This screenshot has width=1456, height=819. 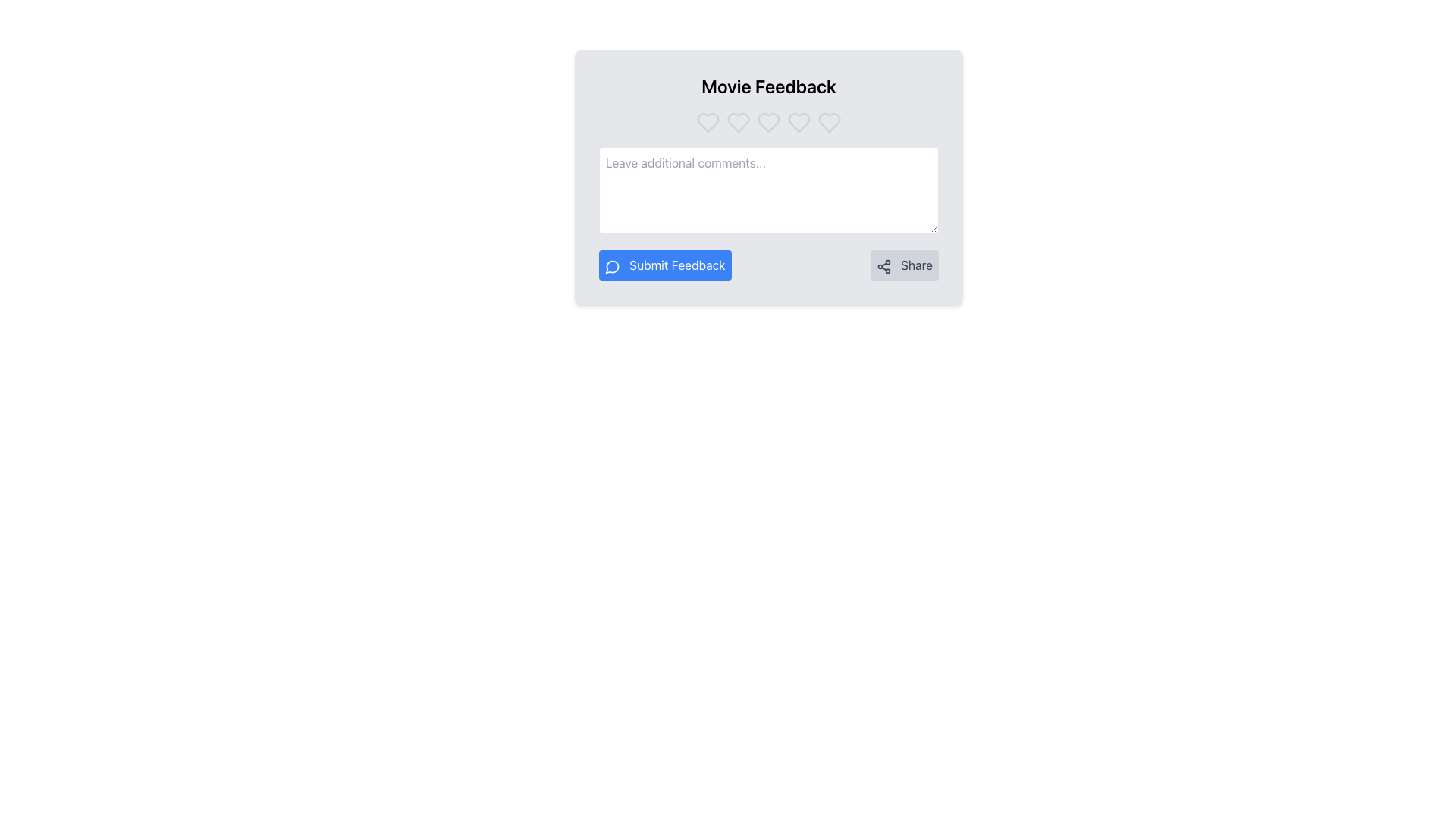 I want to click on the feedback submission button using keyboard navigation, so click(x=665, y=265).